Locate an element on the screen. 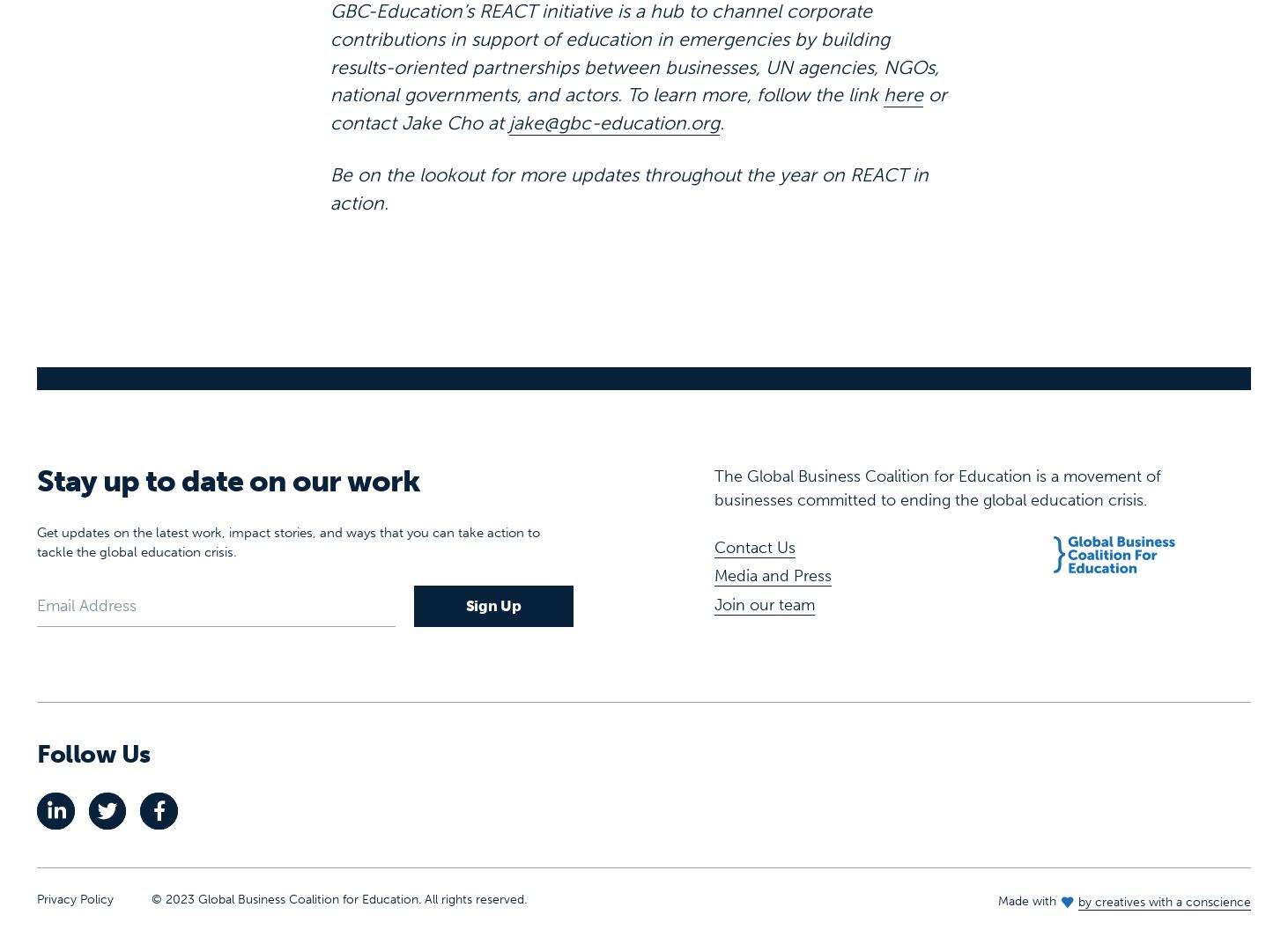 The height and width of the screenshot is (937, 1288). 'The Global Business Coalition for Education is a movement of businesses committed to ending the global education crisis.' is located at coordinates (936, 432).